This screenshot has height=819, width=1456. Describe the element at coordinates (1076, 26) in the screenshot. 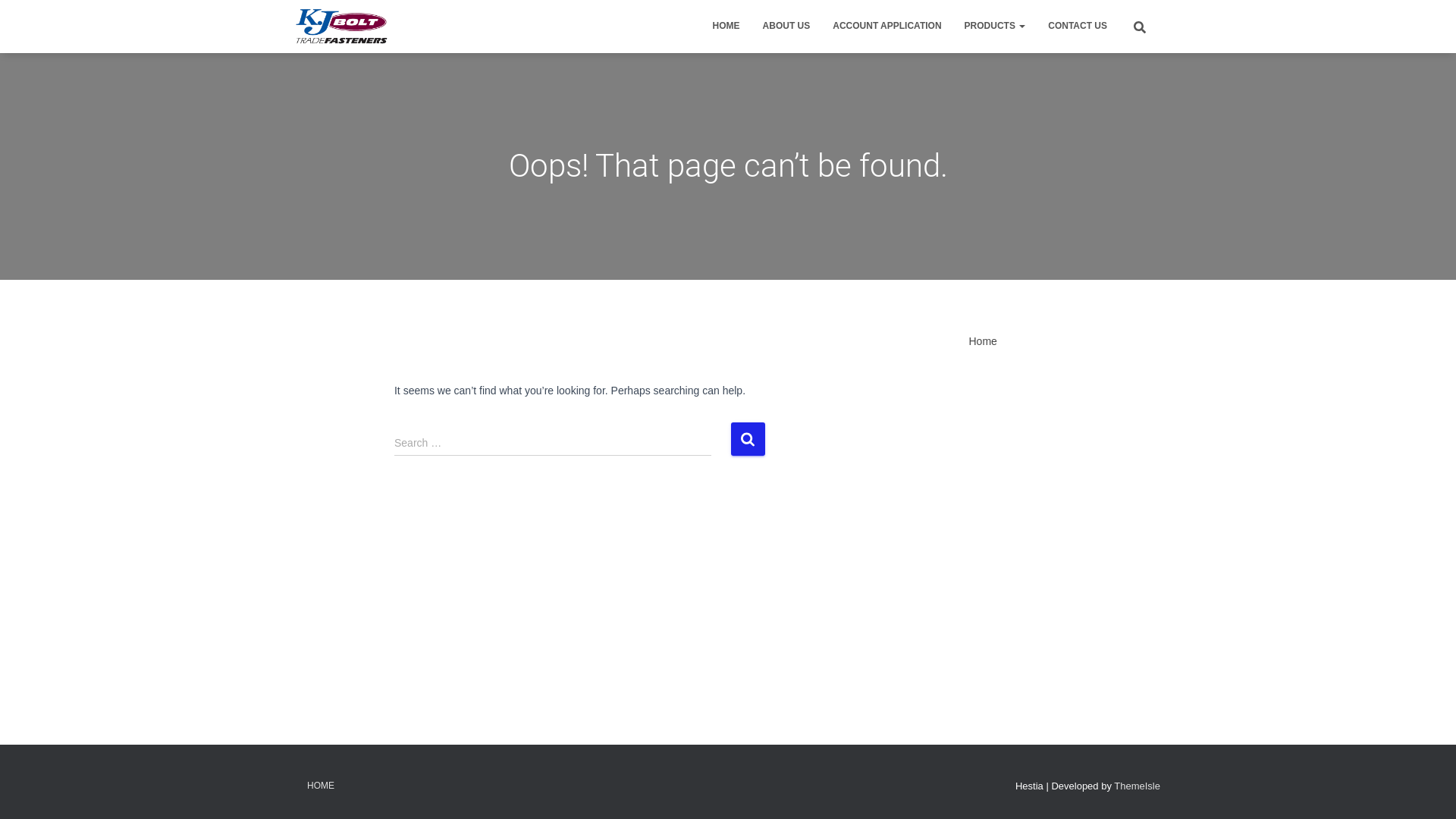

I see `'CONTACT US'` at that location.